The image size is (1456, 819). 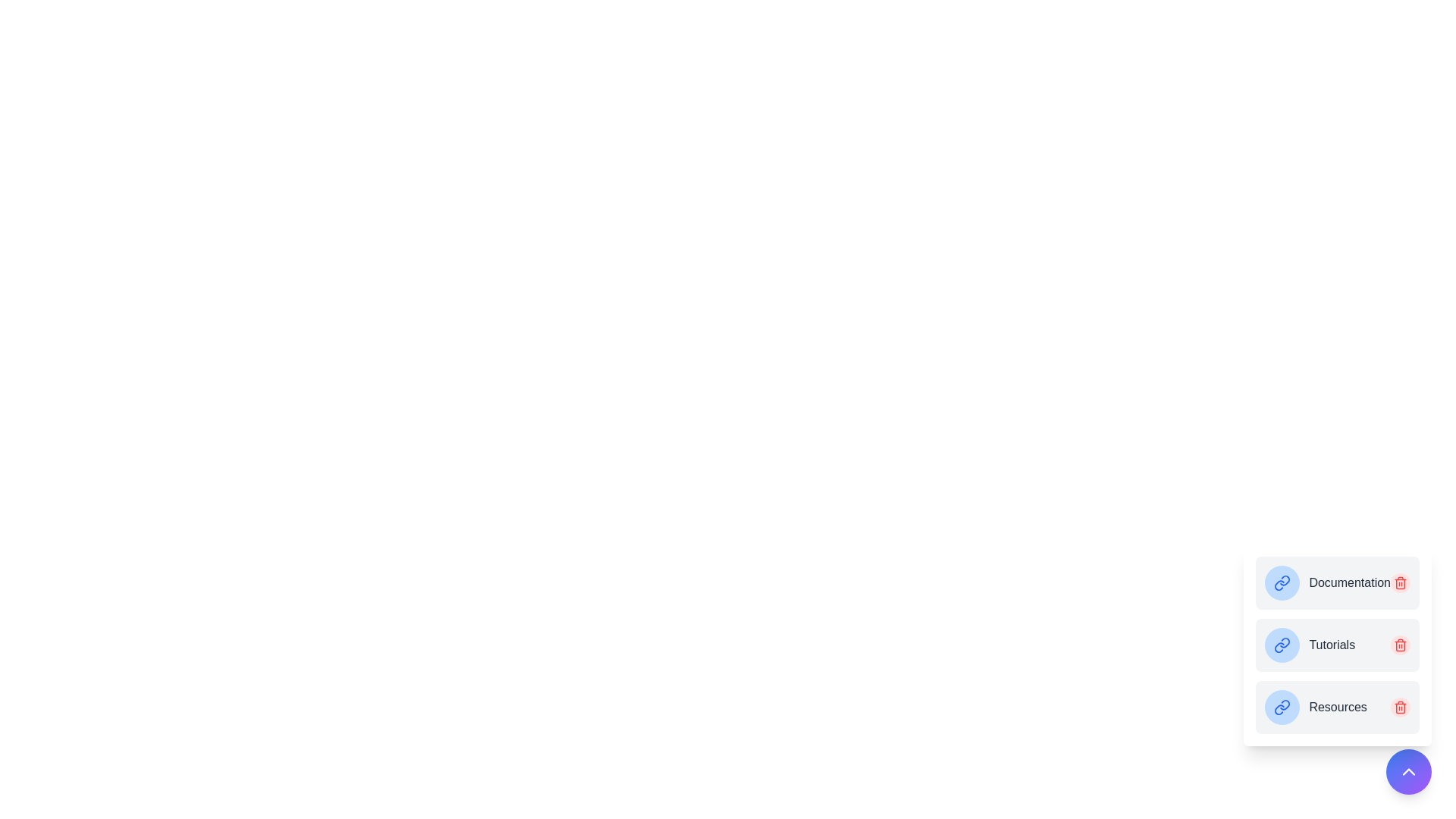 What do you see at coordinates (1407, 772) in the screenshot?
I see `main button to toggle the menu` at bounding box center [1407, 772].